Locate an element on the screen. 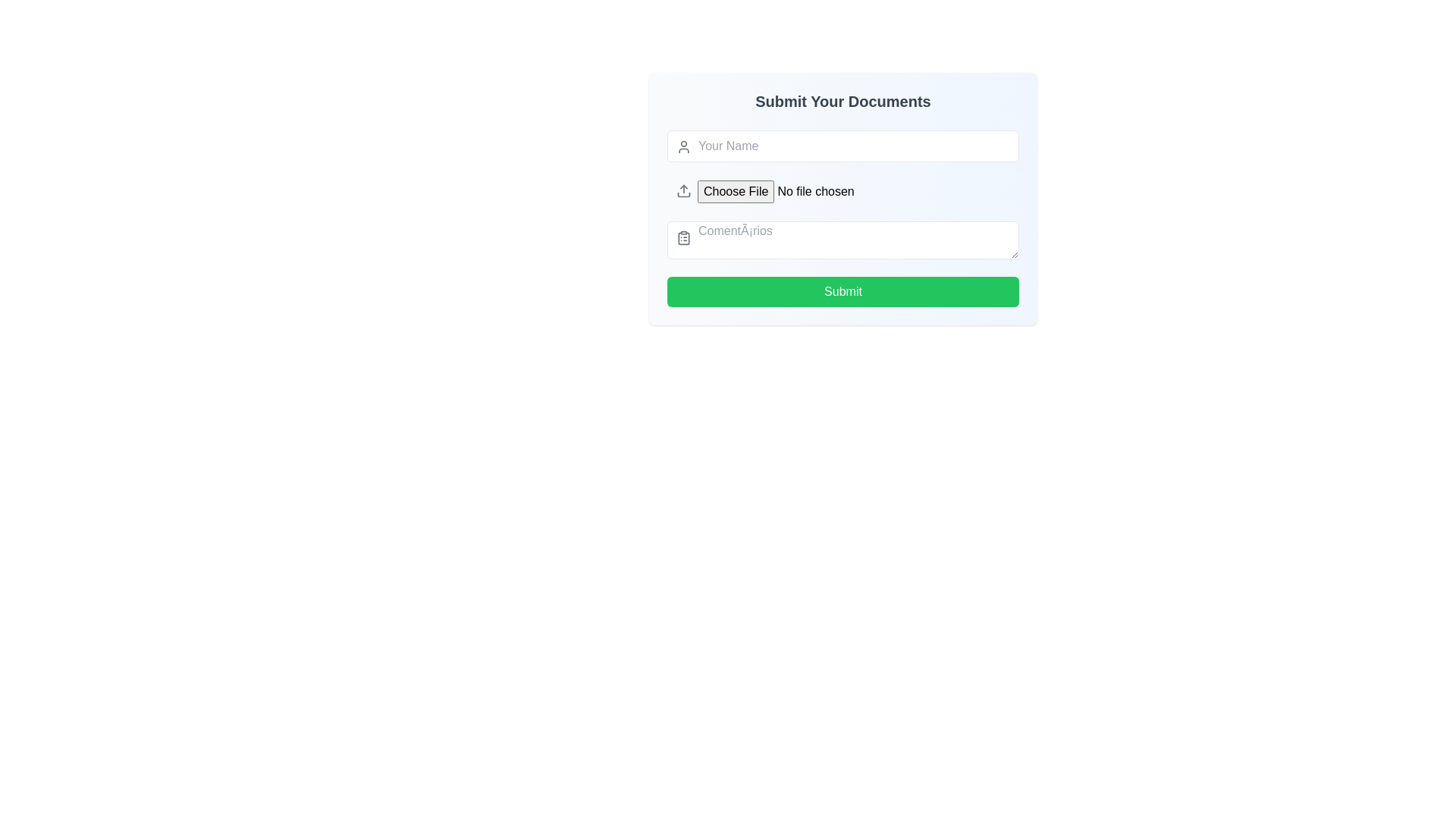 This screenshot has height=819, width=1456. the clipboard icon located in the top-left corner of the 'Comentários' text input area, which features a rectangular base with rounded edges and a clip at the top is located at coordinates (683, 237).